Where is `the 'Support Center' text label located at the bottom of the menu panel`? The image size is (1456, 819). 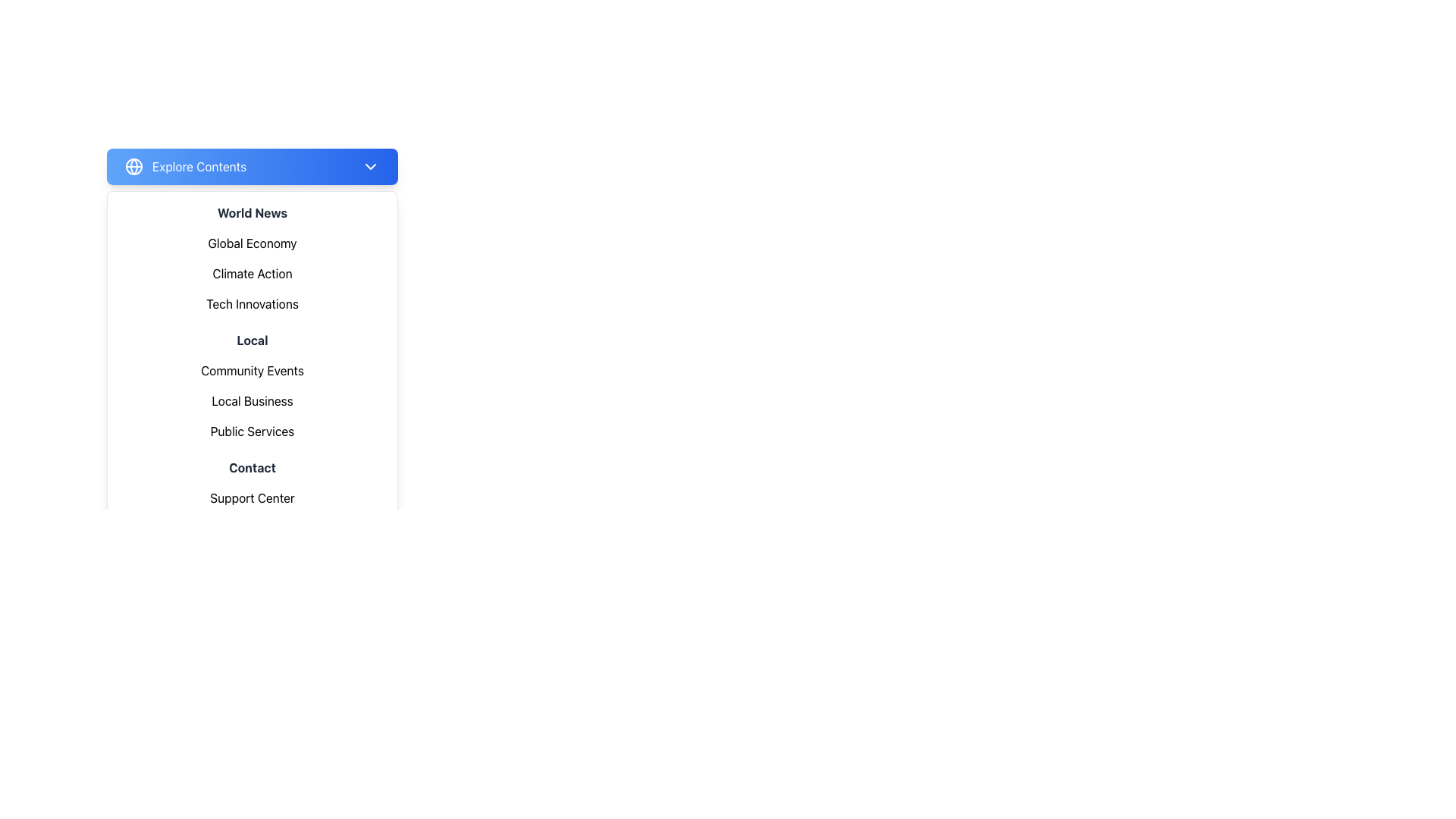 the 'Support Center' text label located at the bottom of the menu panel is located at coordinates (252, 497).